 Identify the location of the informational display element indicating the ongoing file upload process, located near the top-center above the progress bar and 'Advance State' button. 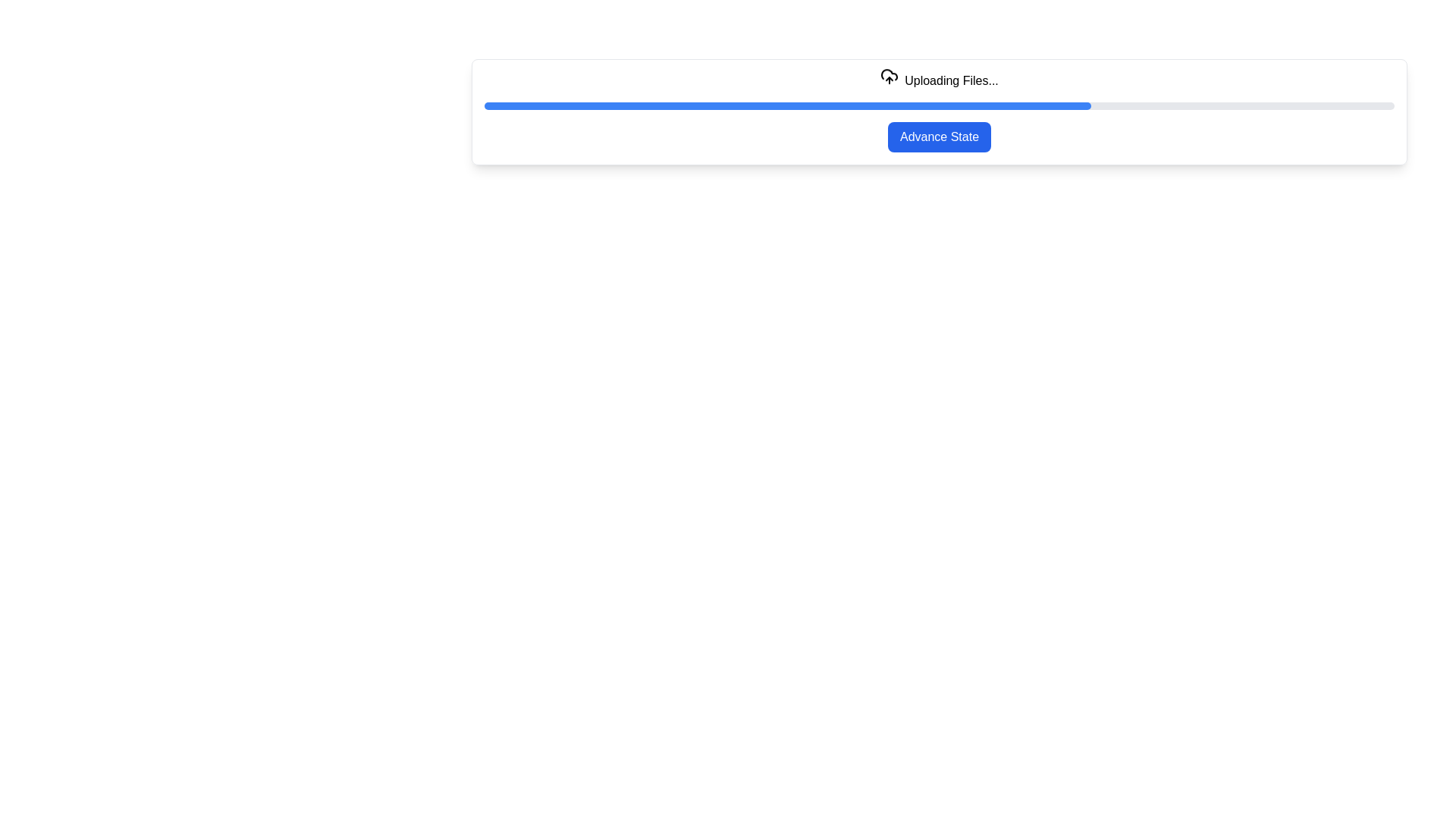
(938, 81).